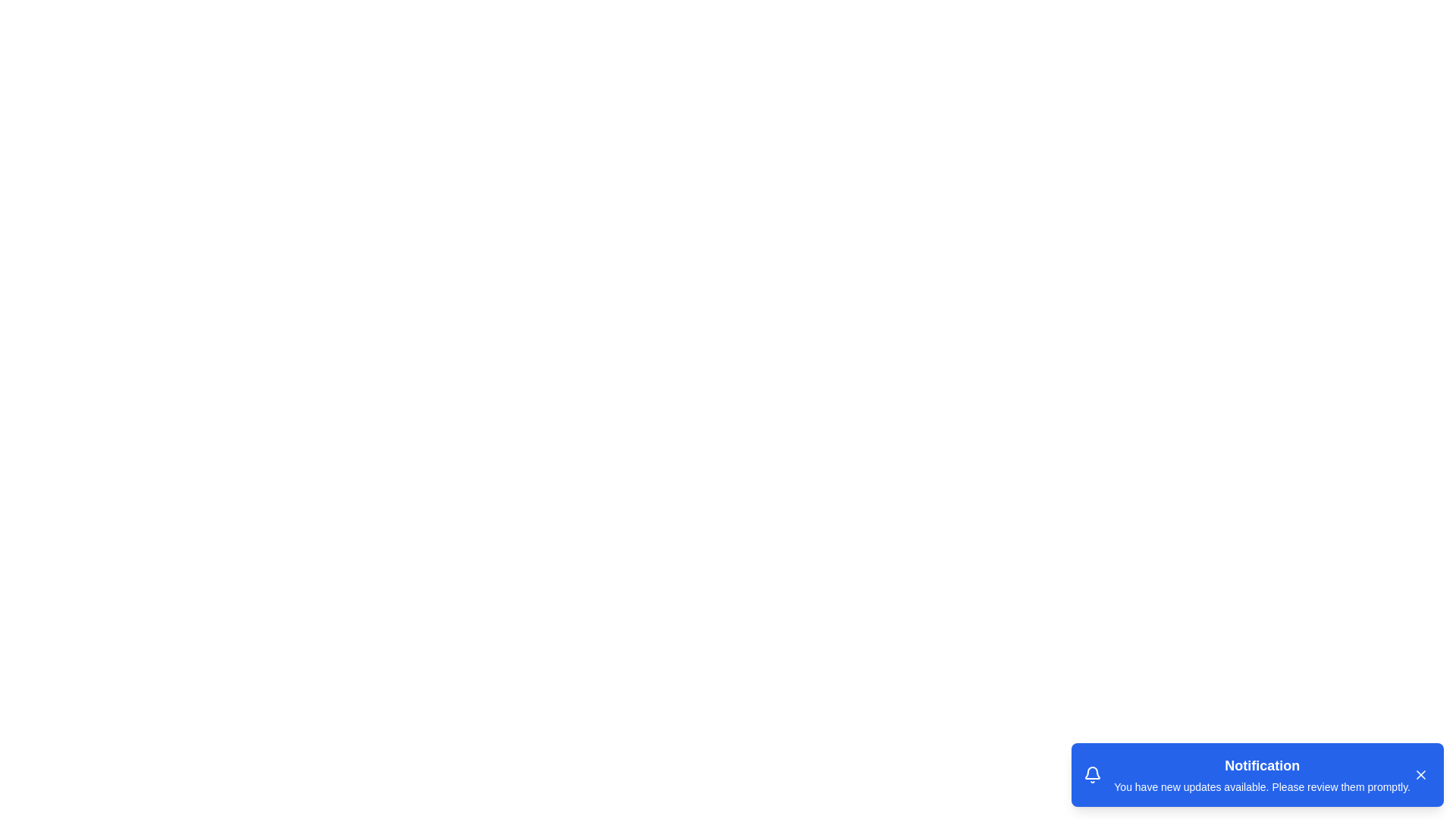  Describe the element at coordinates (1093, 775) in the screenshot. I see `the bell icon in the notification snackbar` at that location.